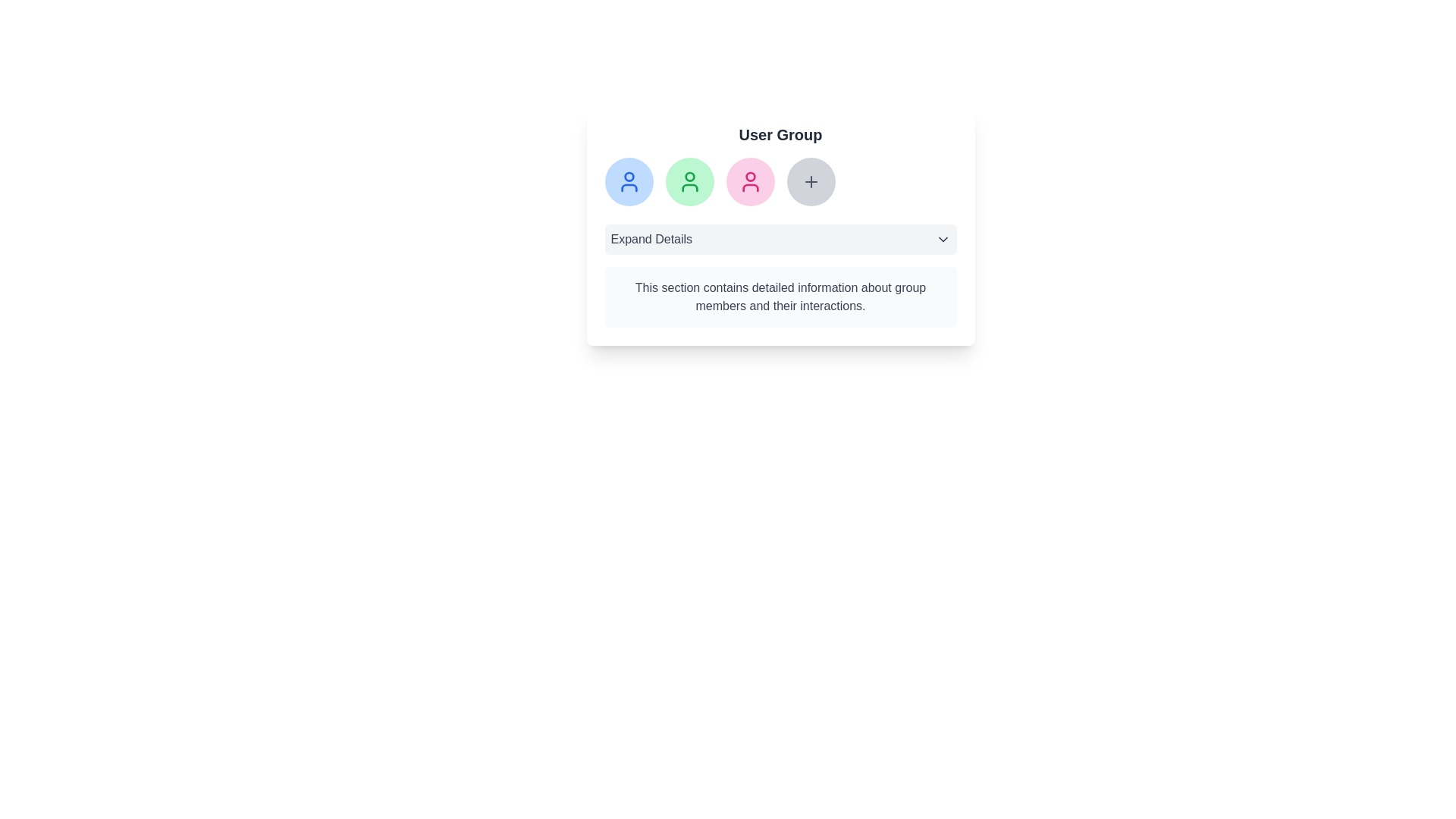 The height and width of the screenshot is (819, 1456). What do you see at coordinates (629, 180) in the screenshot?
I see `the user icon, which is styled with a blue color and located within a light blue circular background` at bounding box center [629, 180].